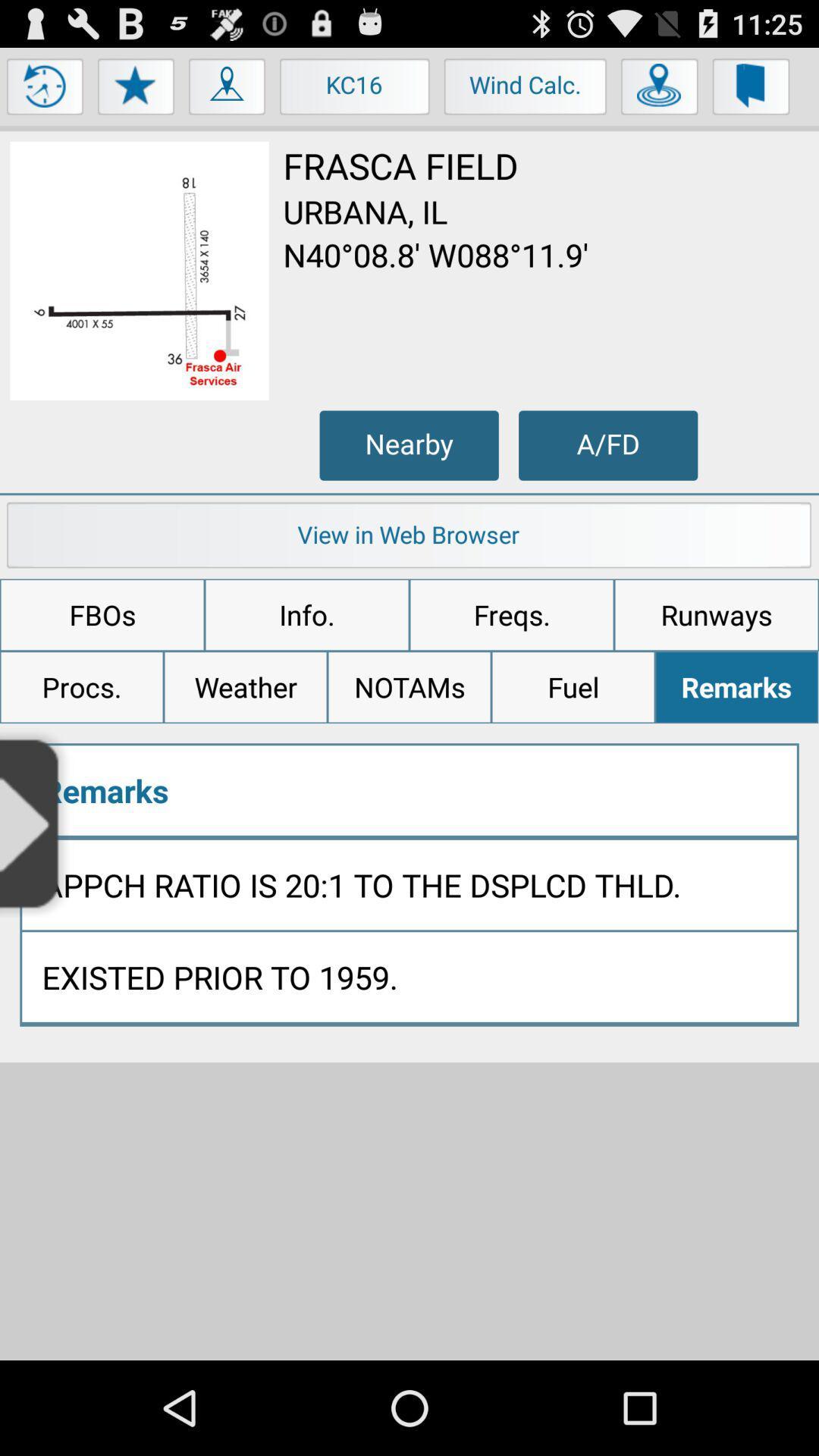  What do you see at coordinates (659, 89) in the screenshot?
I see `location icon` at bounding box center [659, 89].